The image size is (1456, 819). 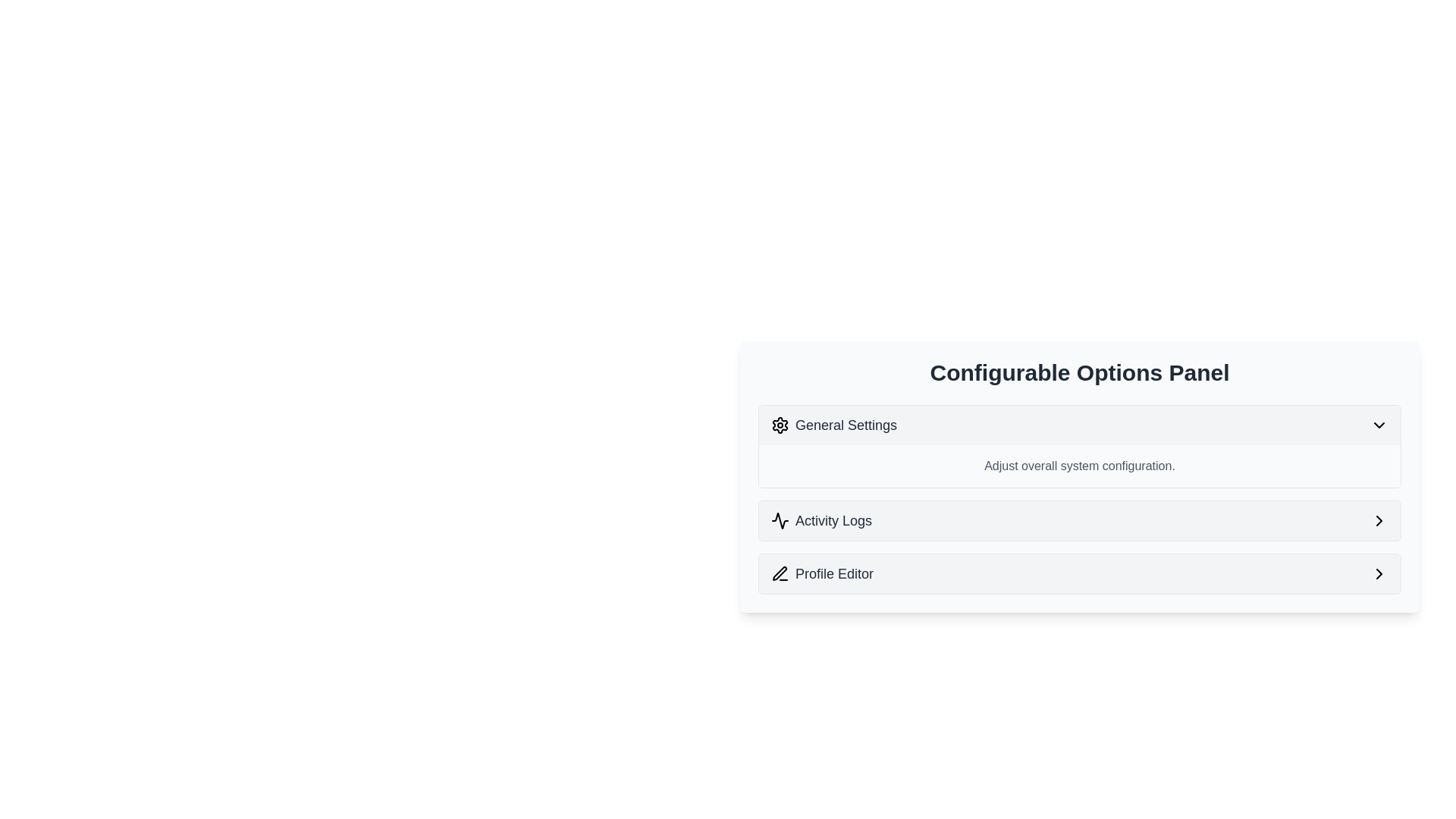 What do you see at coordinates (1379, 573) in the screenshot?
I see `the rightward-facing chevron icon located in the 'Profile Editor' section of the Configurable Options Panel` at bounding box center [1379, 573].